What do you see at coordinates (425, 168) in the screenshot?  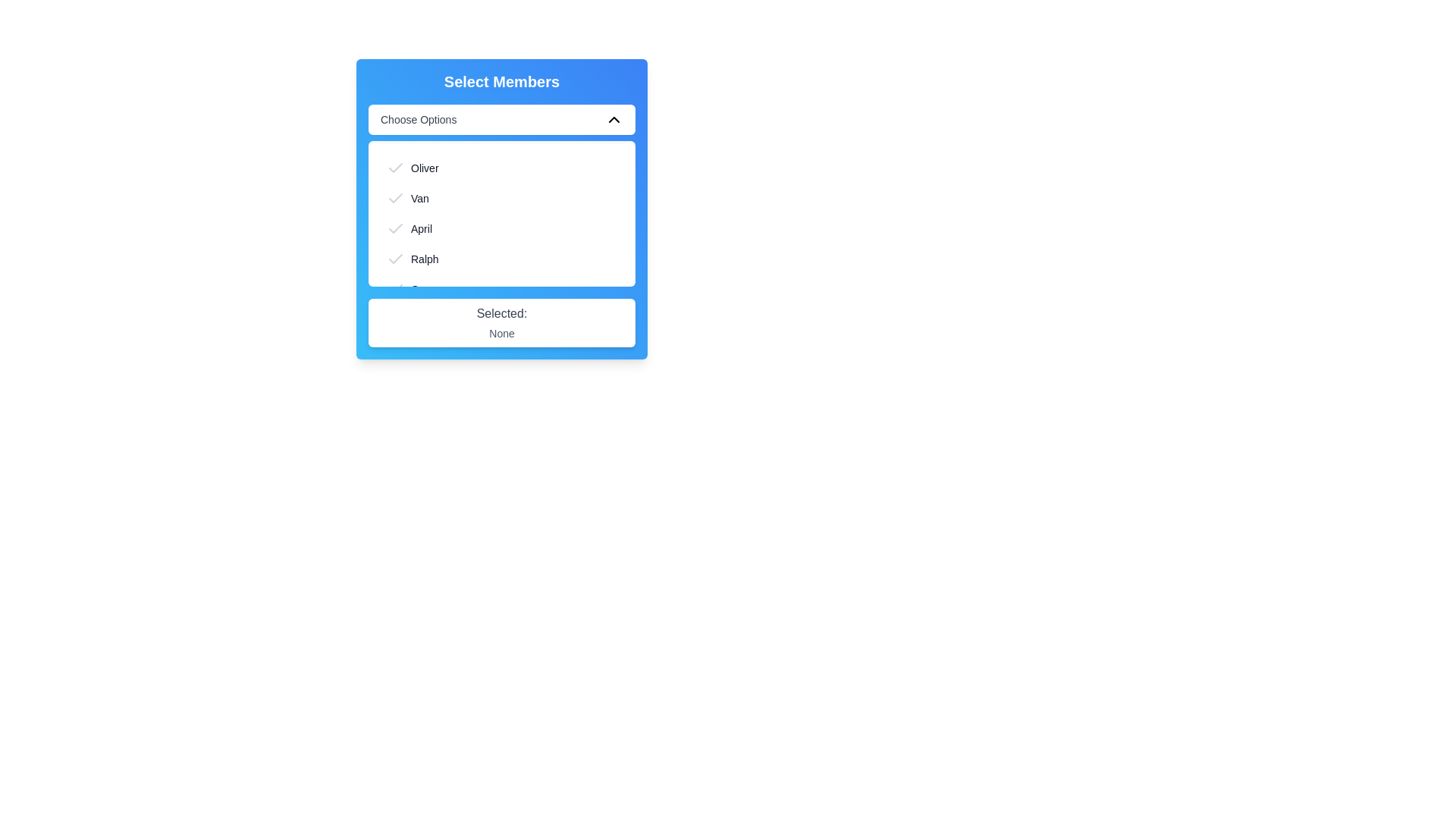 I see `the text label displaying 'Oliver' in the dropdown menu, which is positioned at the top of the list and adjacent to a checkmark icon` at bounding box center [425, 168].